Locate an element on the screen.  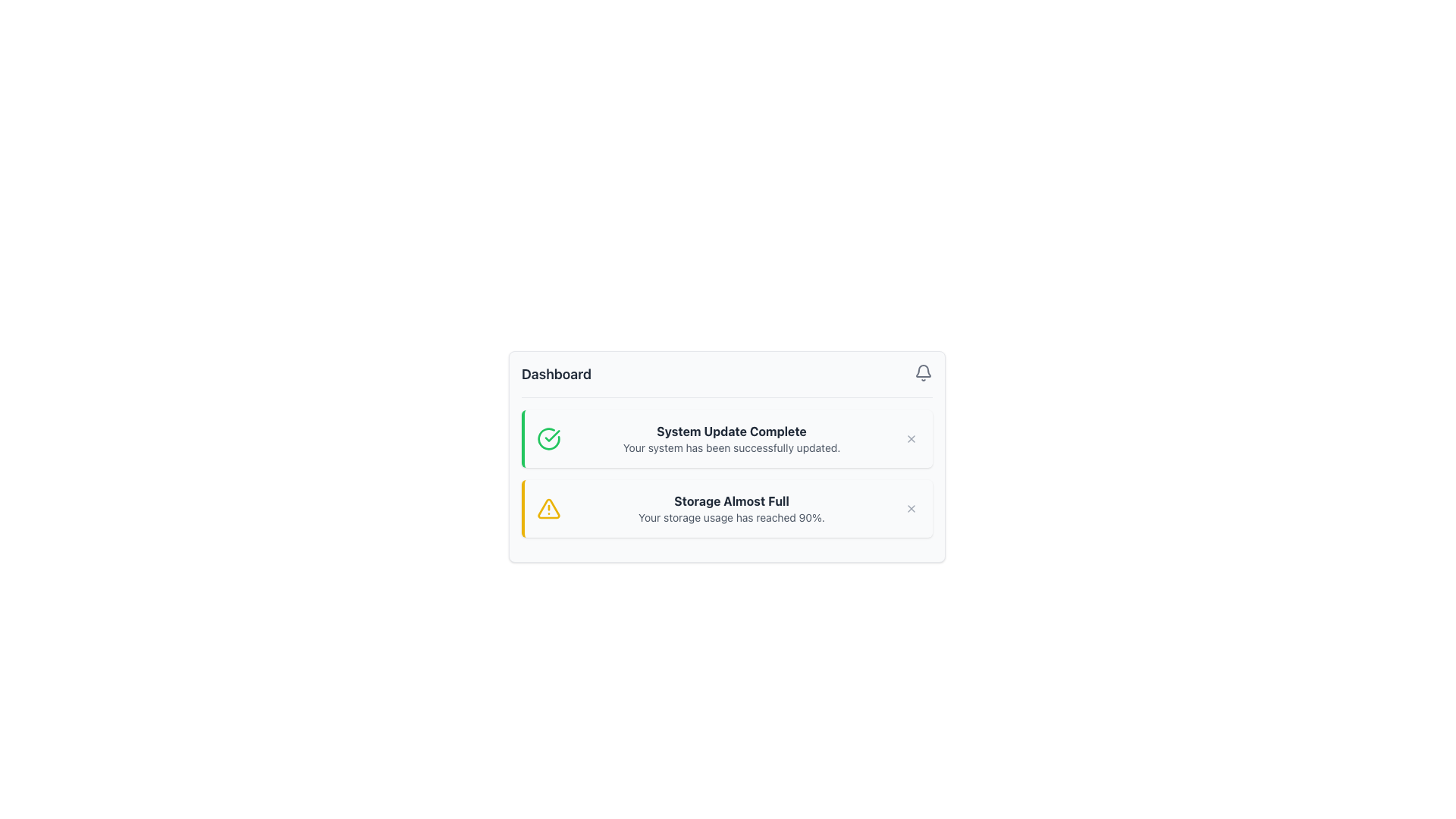
the text label that reads 'Your storage usage has reached 90%', which is styled in a smaller gray font and located beneath the larger text 'Storage Almost Full' within a card on the dashboard is located at coordinates (731, 516).